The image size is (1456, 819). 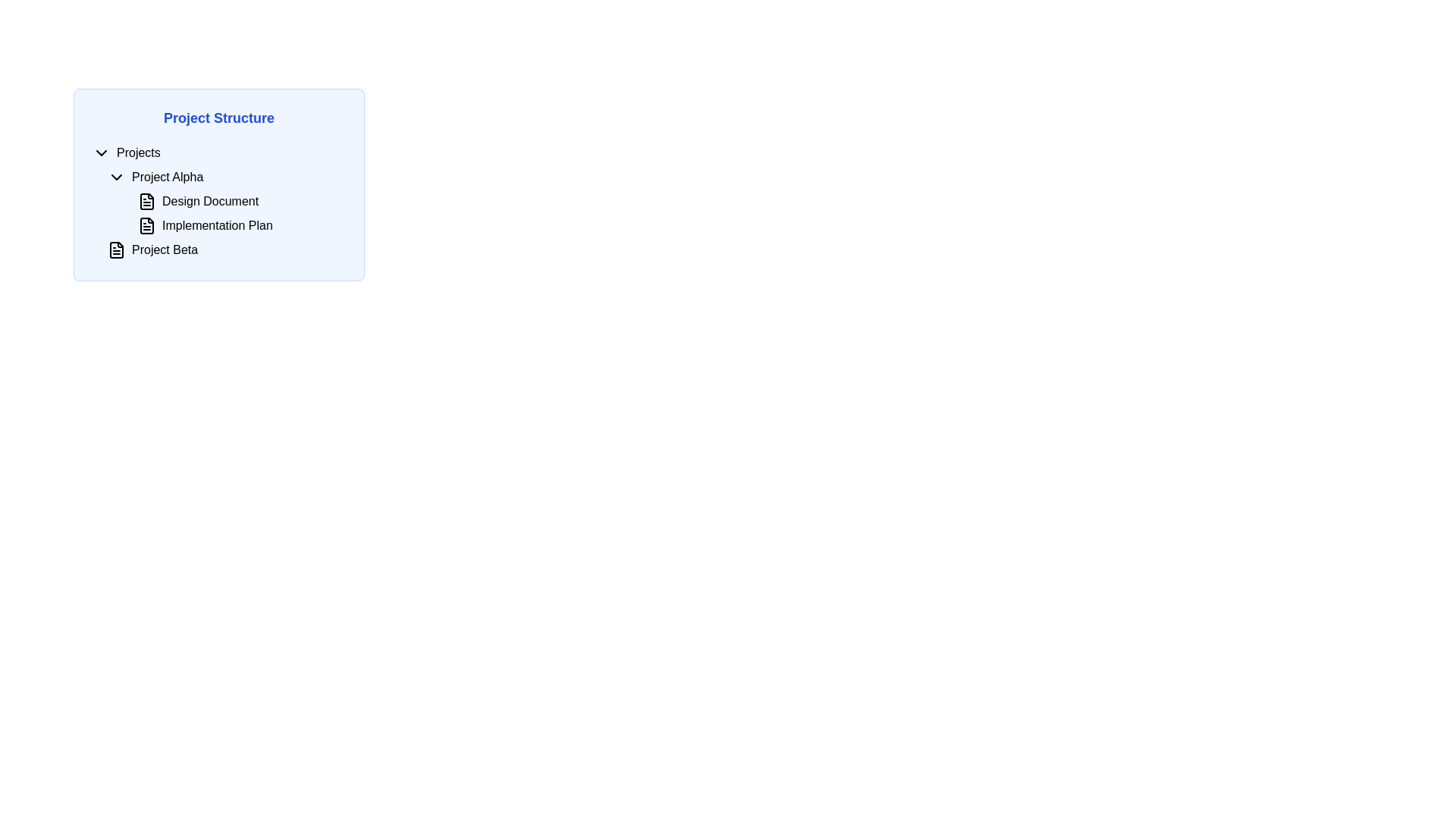 I want to click on the interactive text item labeled 'Project Beta' in the 'Project Structure' pane, so click(x=164, y=249).